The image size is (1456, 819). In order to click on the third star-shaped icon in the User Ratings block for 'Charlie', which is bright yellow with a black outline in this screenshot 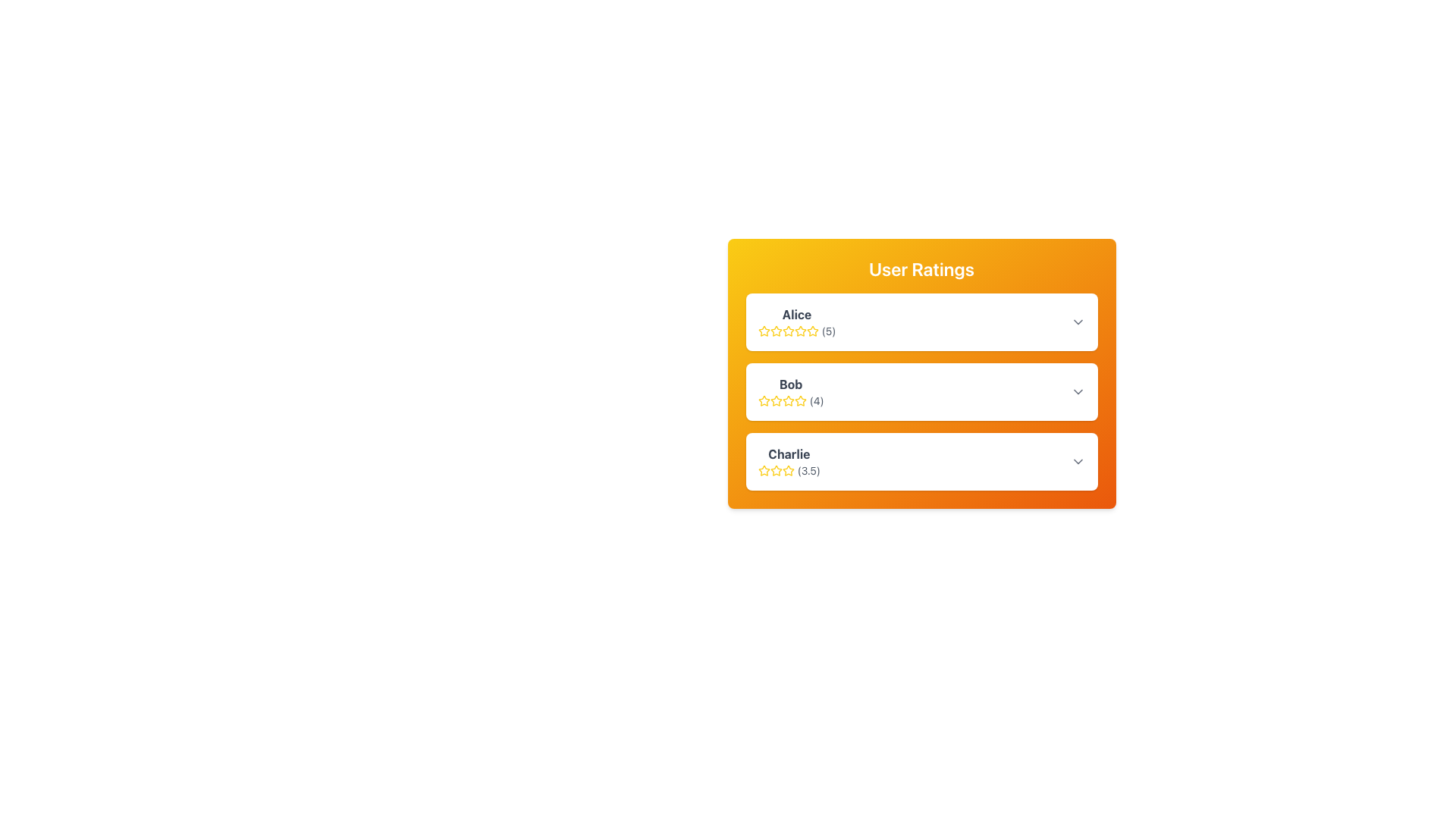, I will do `click(776, 470)`.